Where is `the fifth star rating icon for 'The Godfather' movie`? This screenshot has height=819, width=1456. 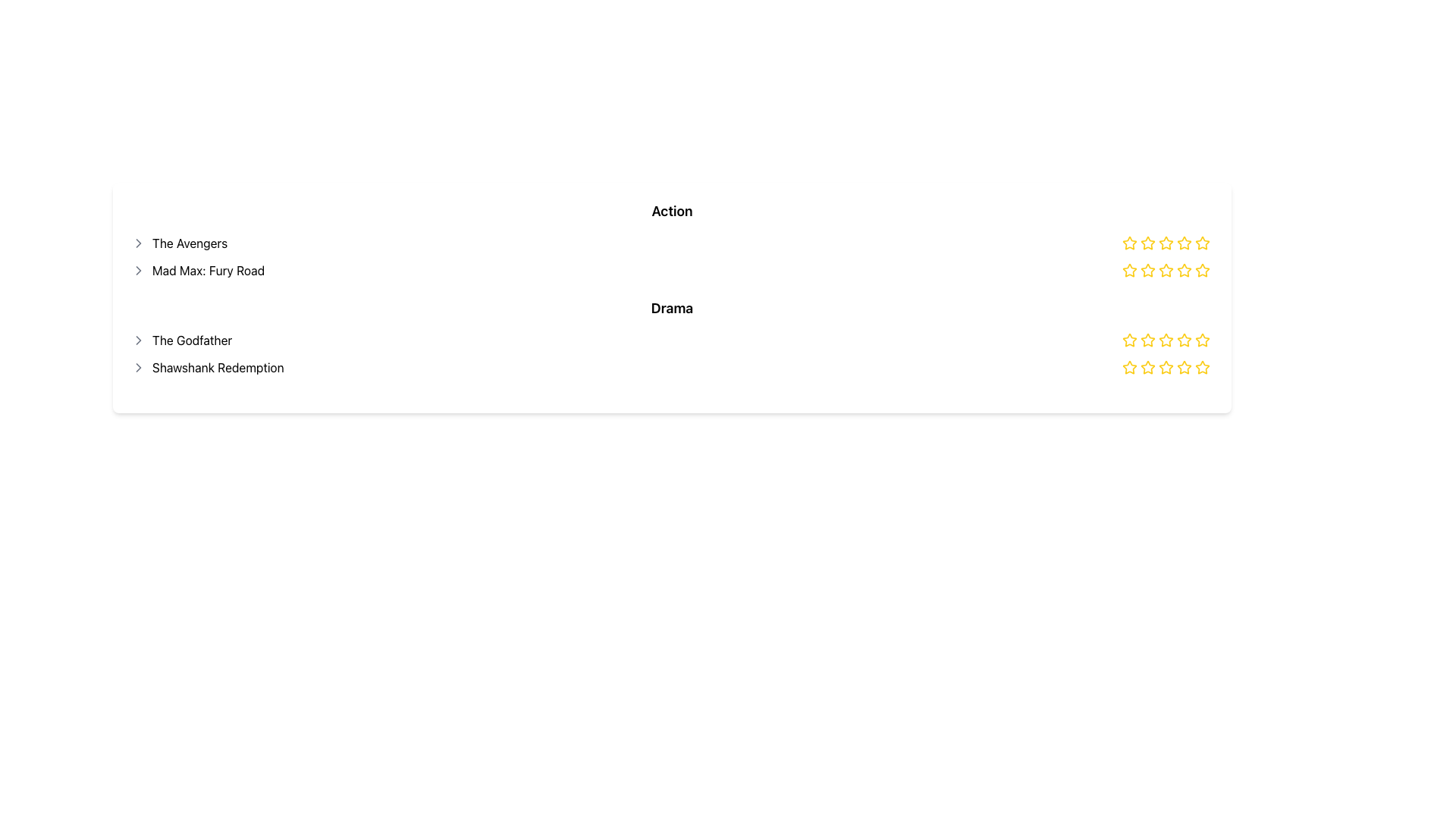
the fifth star rating icon for 'The Godfather' movie is located at coordinates (1165, 339).